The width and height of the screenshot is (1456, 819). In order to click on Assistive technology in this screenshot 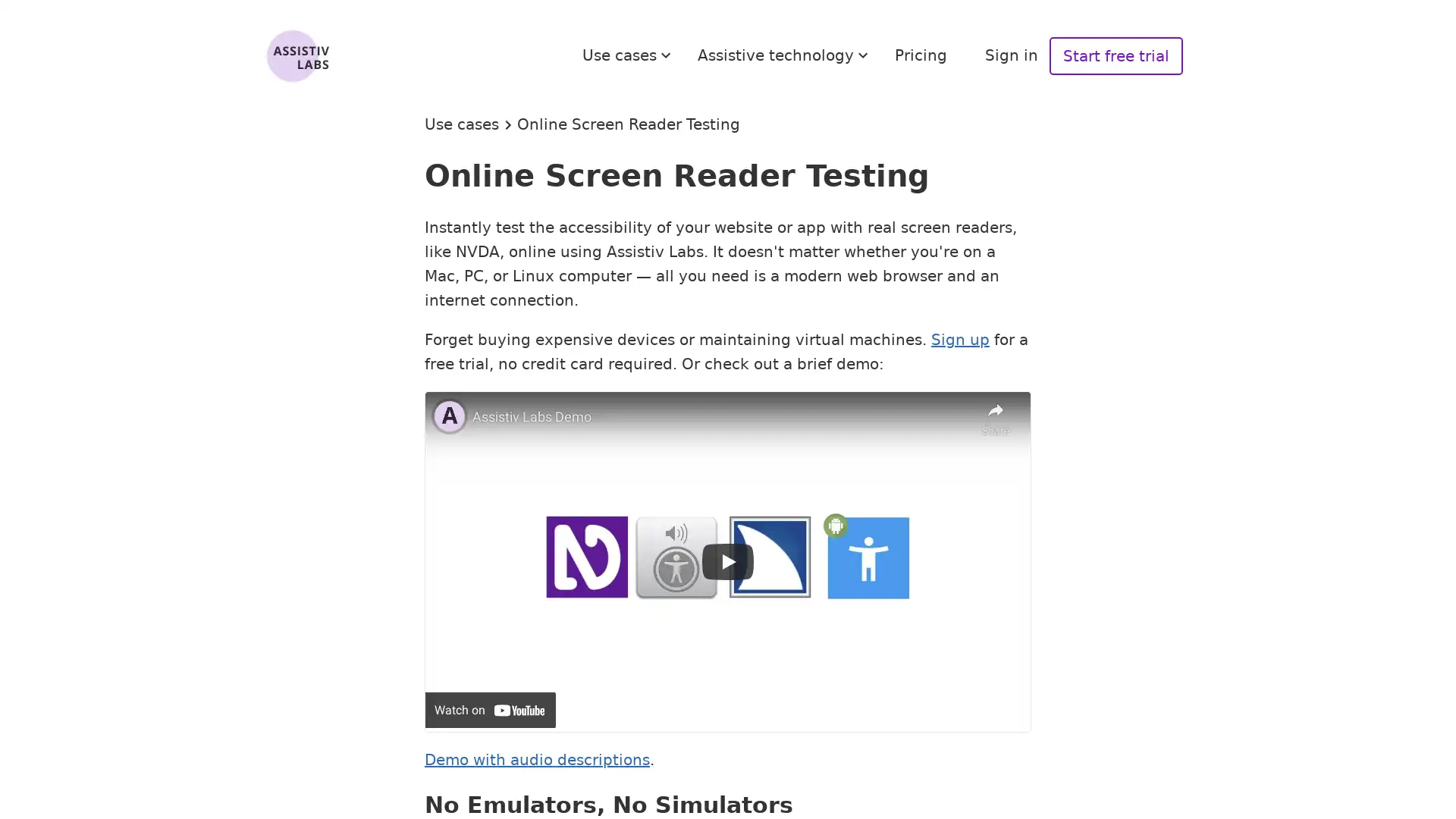, I will do `click(785, 55)`.